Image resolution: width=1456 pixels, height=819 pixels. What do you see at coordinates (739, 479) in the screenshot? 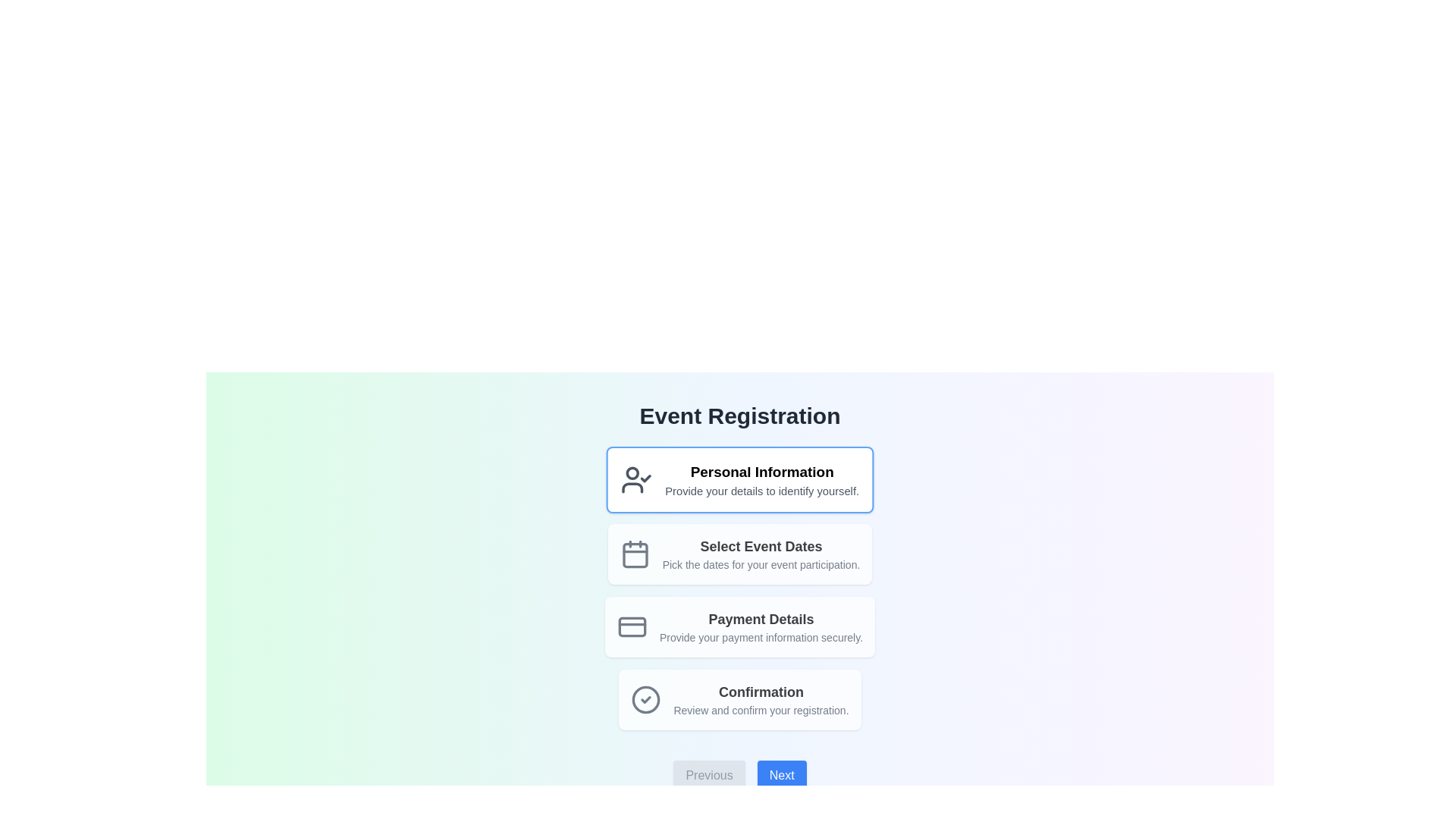
I see `the section header labeled 'Personal Information' which contains an icon of a person with a checkmark and provides details for user identification` at bounding box center [739, 479].